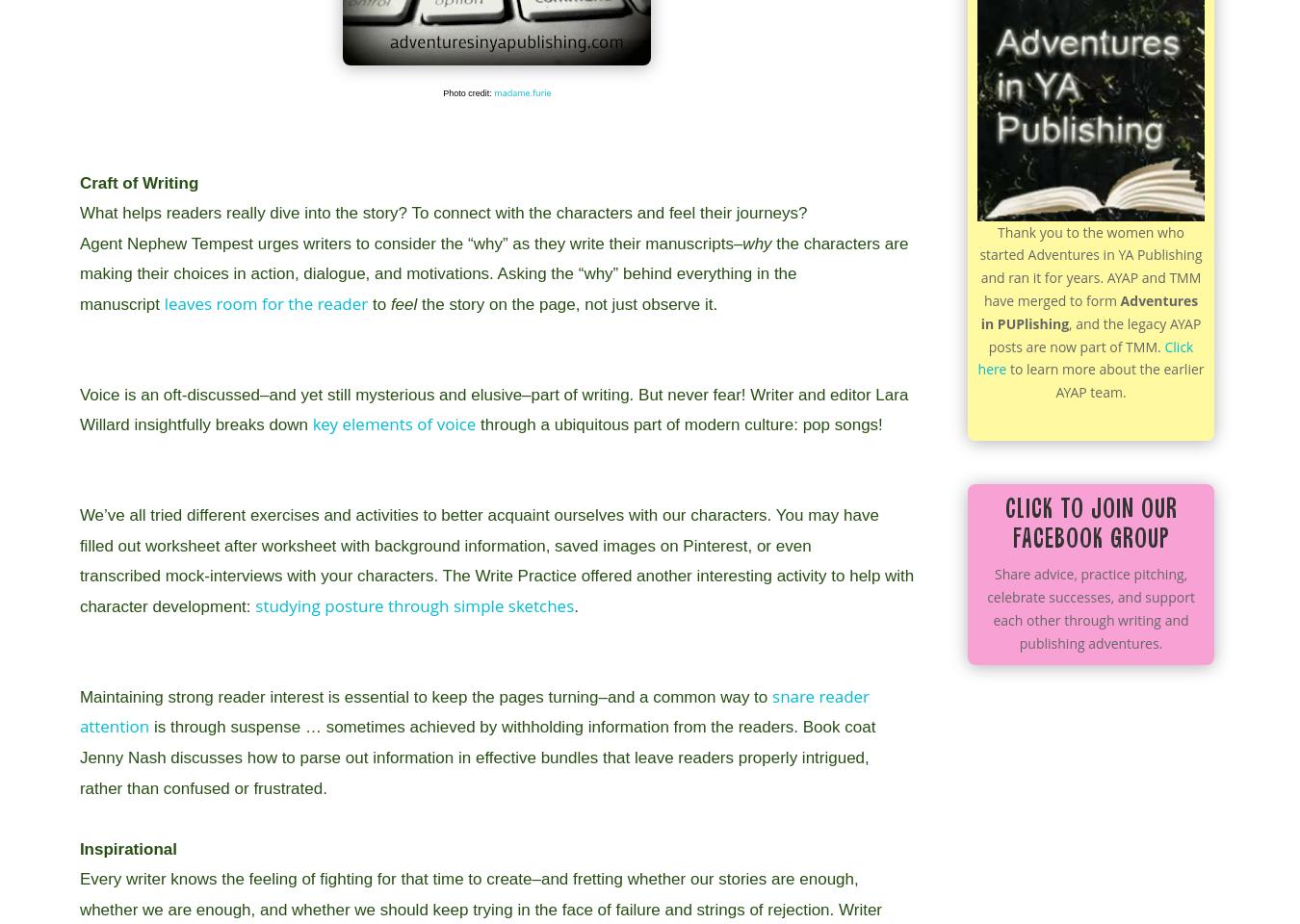 The width and height of the screenshot is (1300, 924). What do you see at coordinates (492, 272) in the screenshot?
I see `'the characters are making their choices in action, dialogue, and motivations. Asking the “why” behind everything in the manuscript'` at bounding box center [492, 272].